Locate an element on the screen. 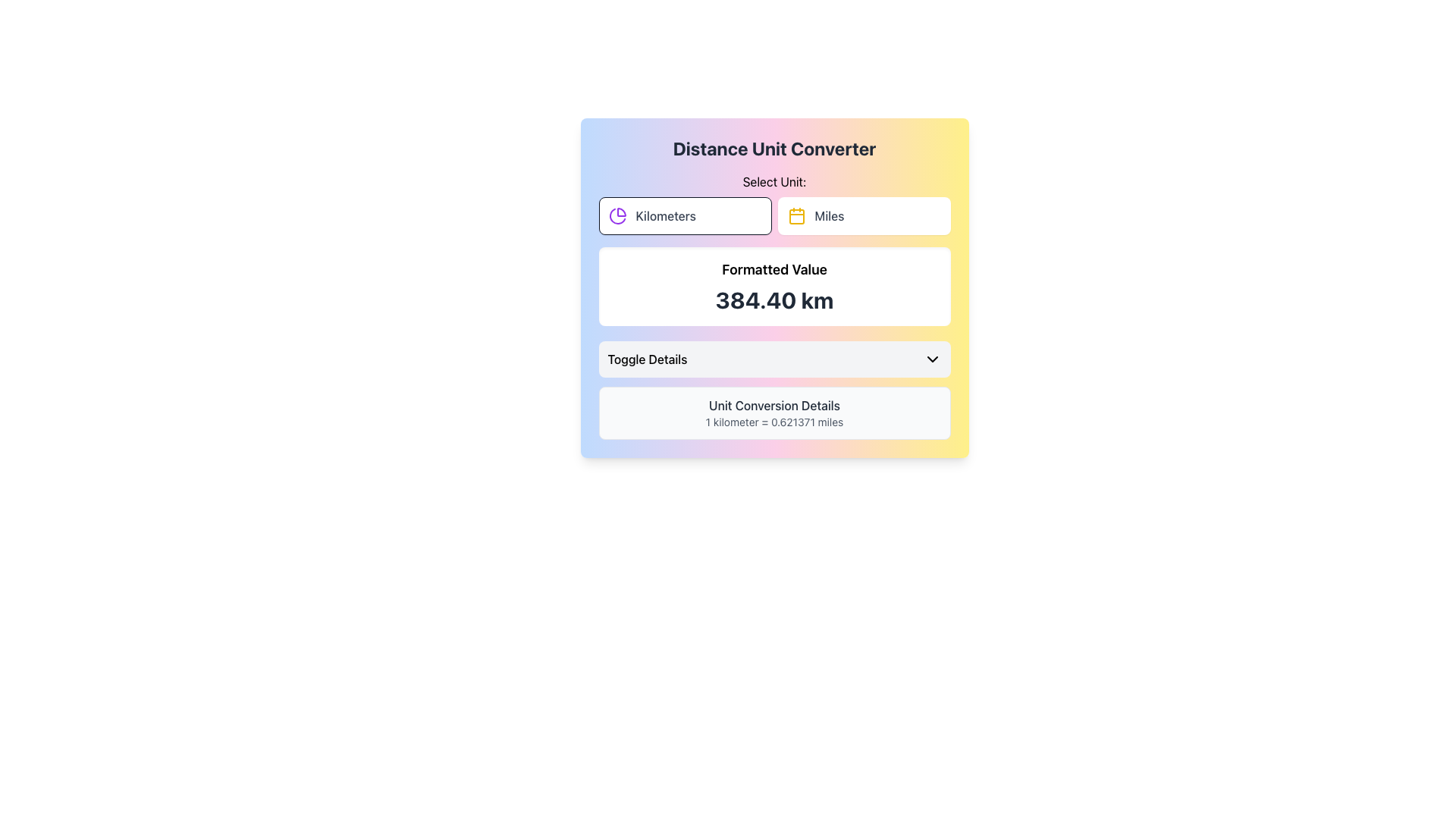  the left button in the 'Select Unit' section is located at coordinates (684, 216).